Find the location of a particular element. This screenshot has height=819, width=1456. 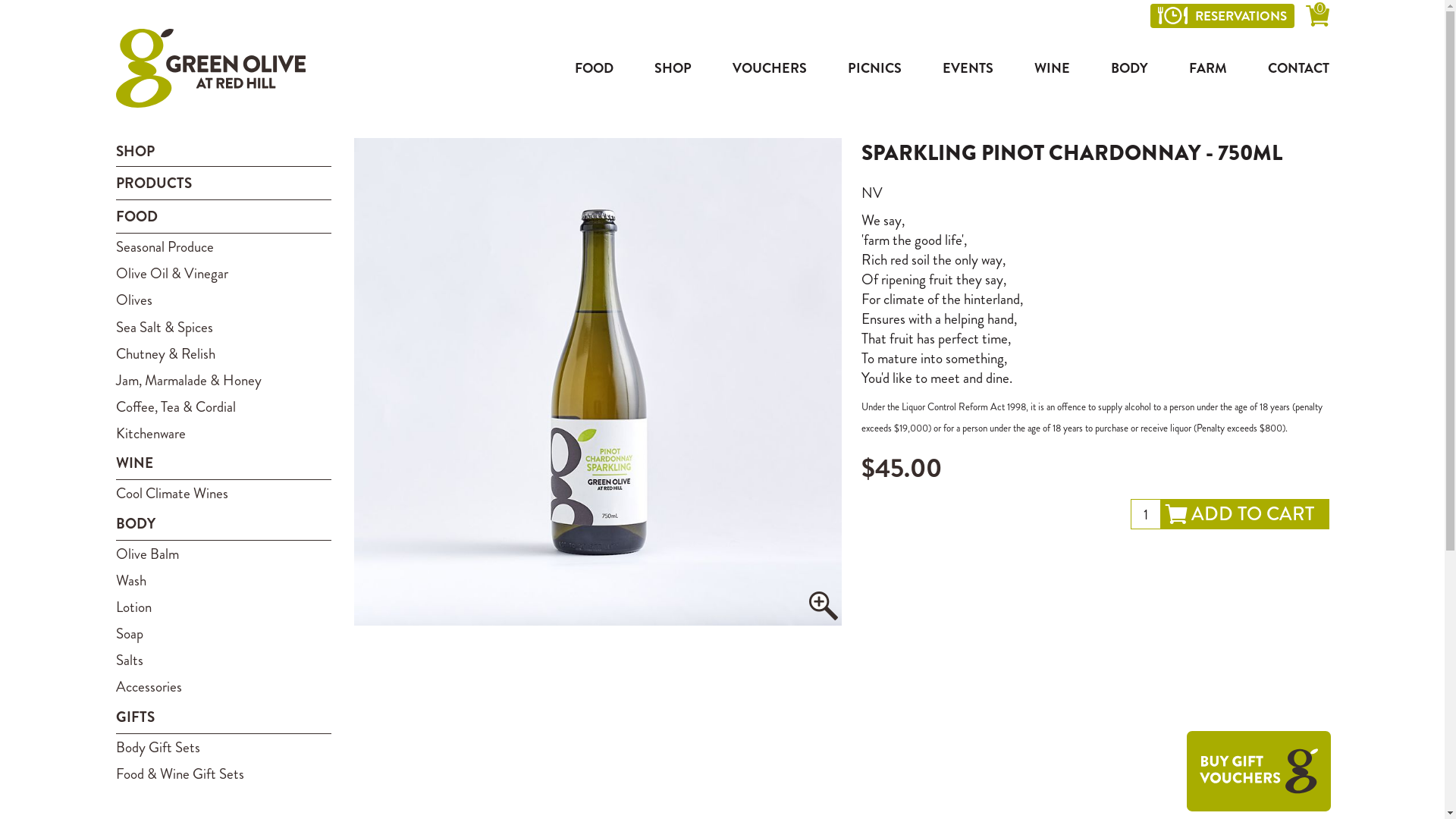

' Green Olive at Red Hill' is located at coordinates (209, 67).